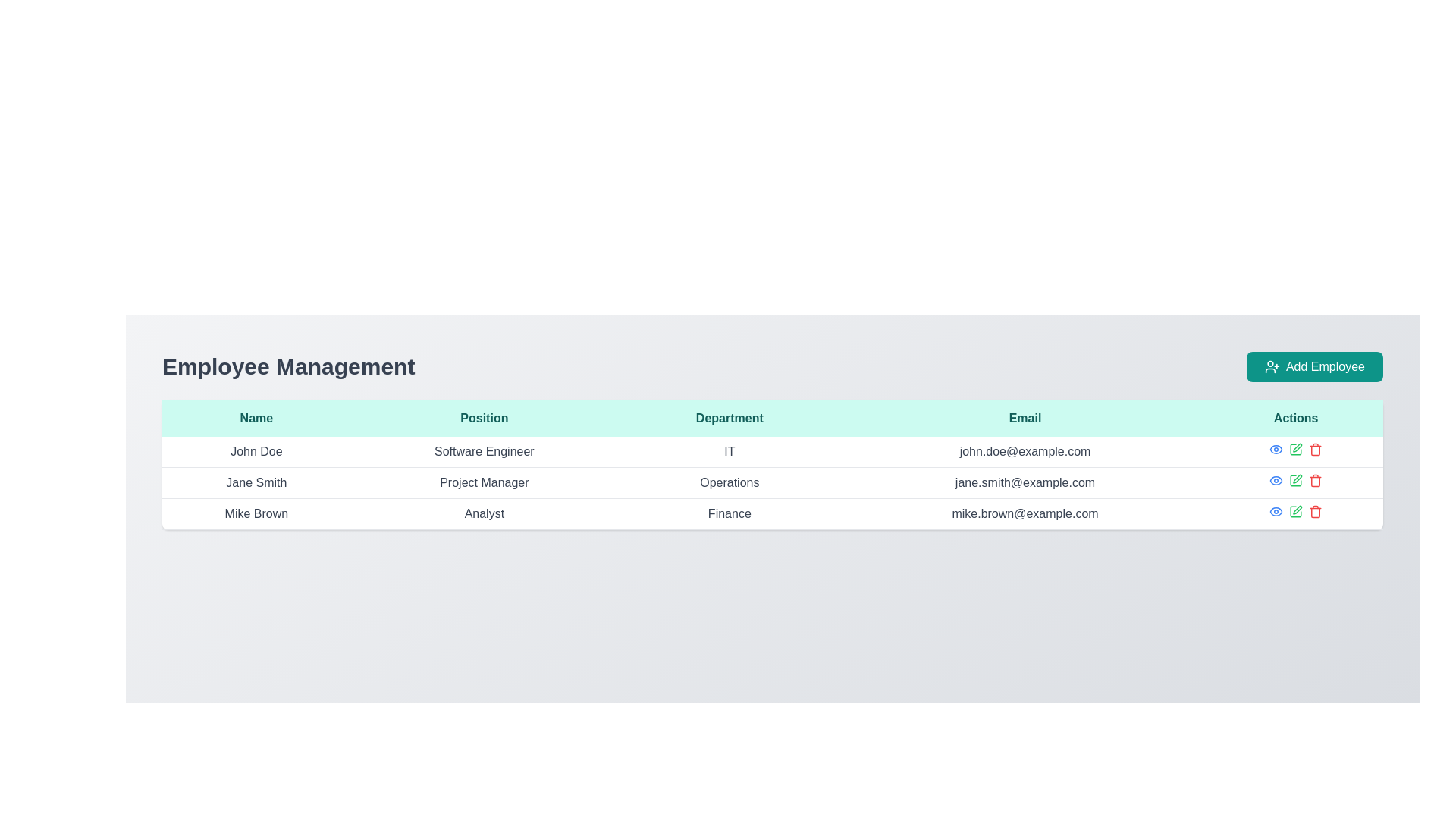  I want to click on the 'Add Employee' button located at the top-right corner of the interface, which includes an icon for adding a user or employee, so click(1272, 366).